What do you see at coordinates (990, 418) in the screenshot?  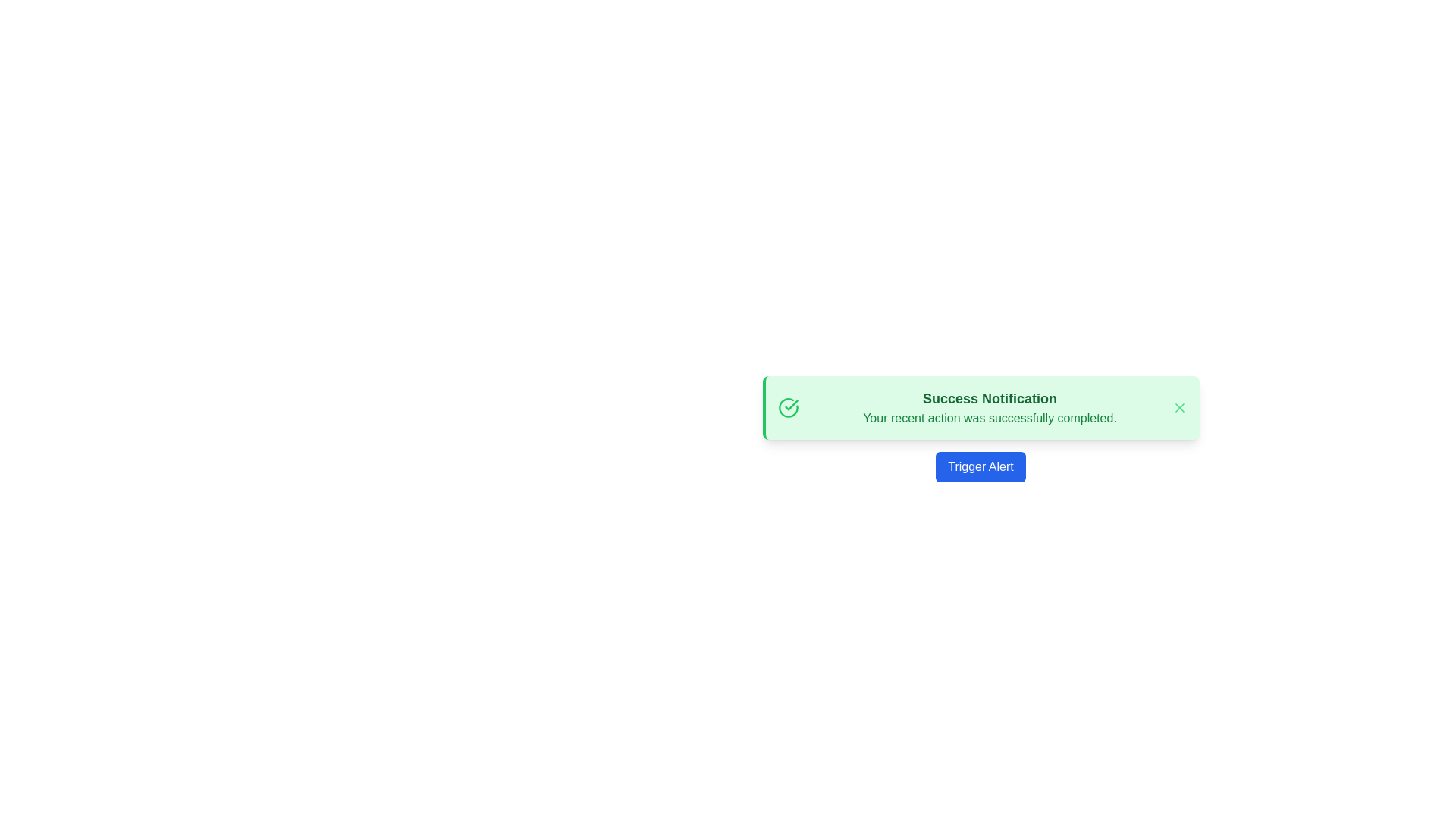 I see `confirmation message displayed in the text label located directly below the title 'Success Notification' in the notification box` at bounding box center [990, 418].